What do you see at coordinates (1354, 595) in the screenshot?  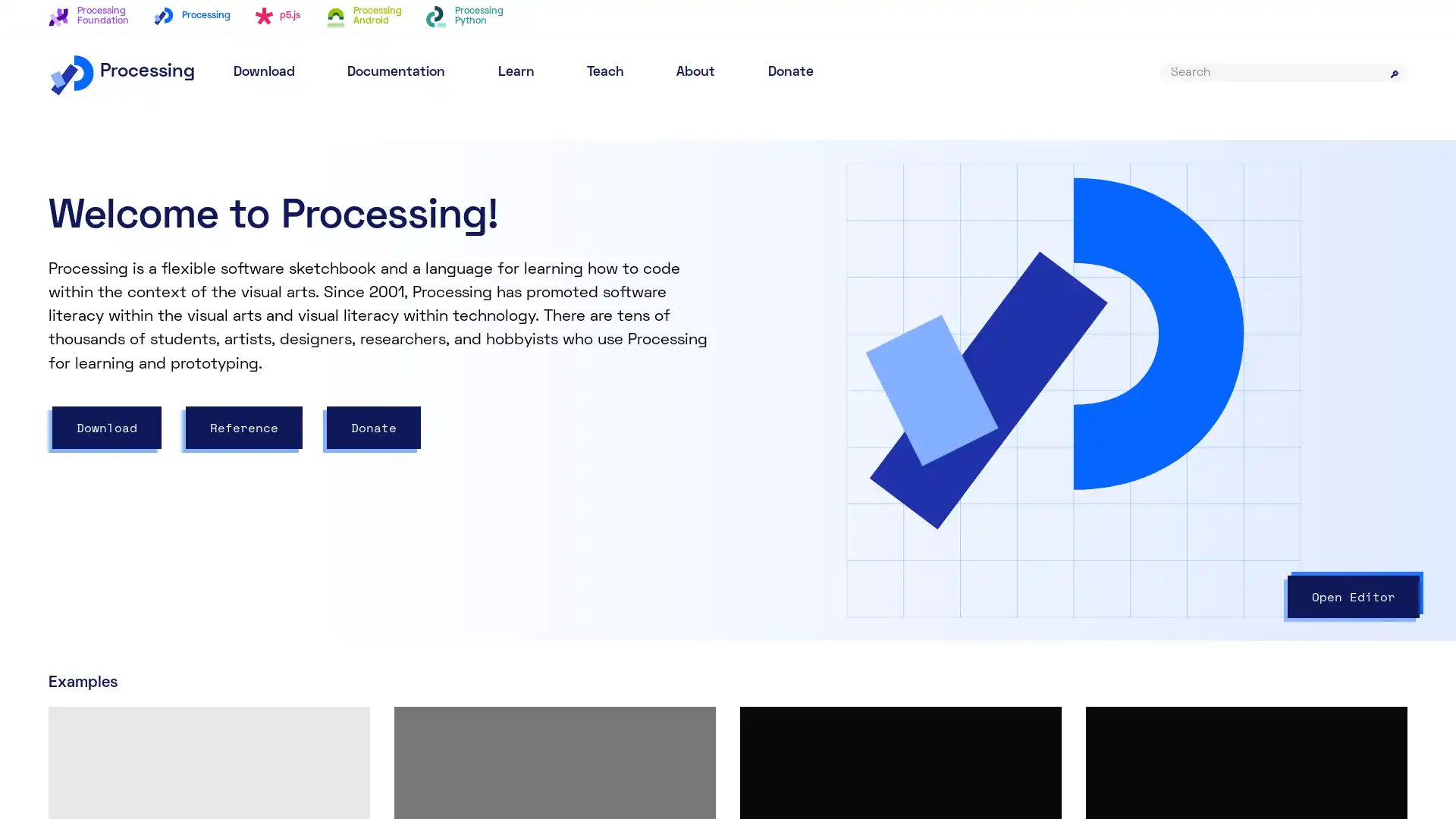 I see `Open Editor` at bounding box center [1354, 595].